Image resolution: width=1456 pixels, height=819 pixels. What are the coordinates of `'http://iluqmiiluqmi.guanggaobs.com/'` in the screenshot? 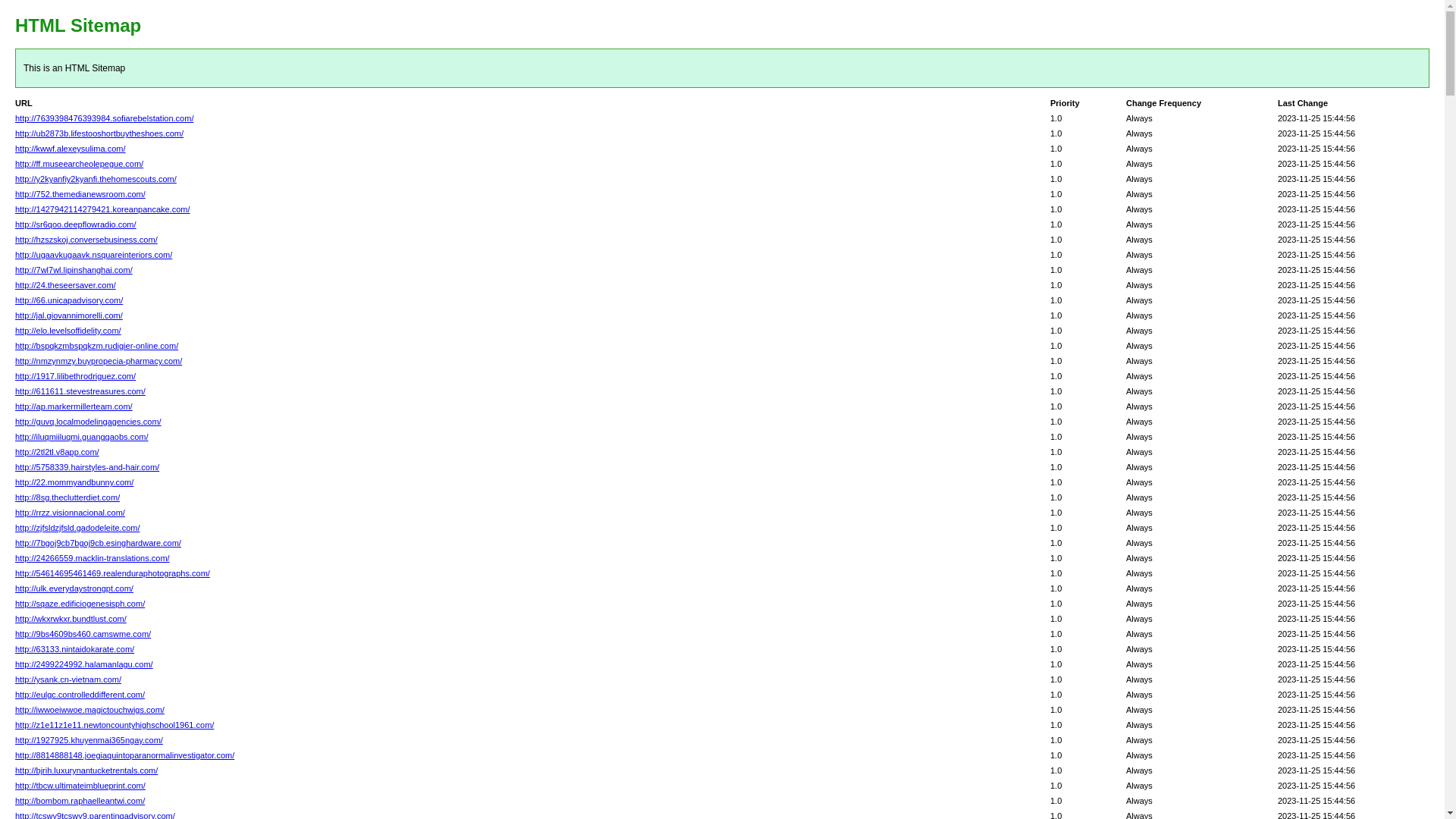 It's located at (80, 436).